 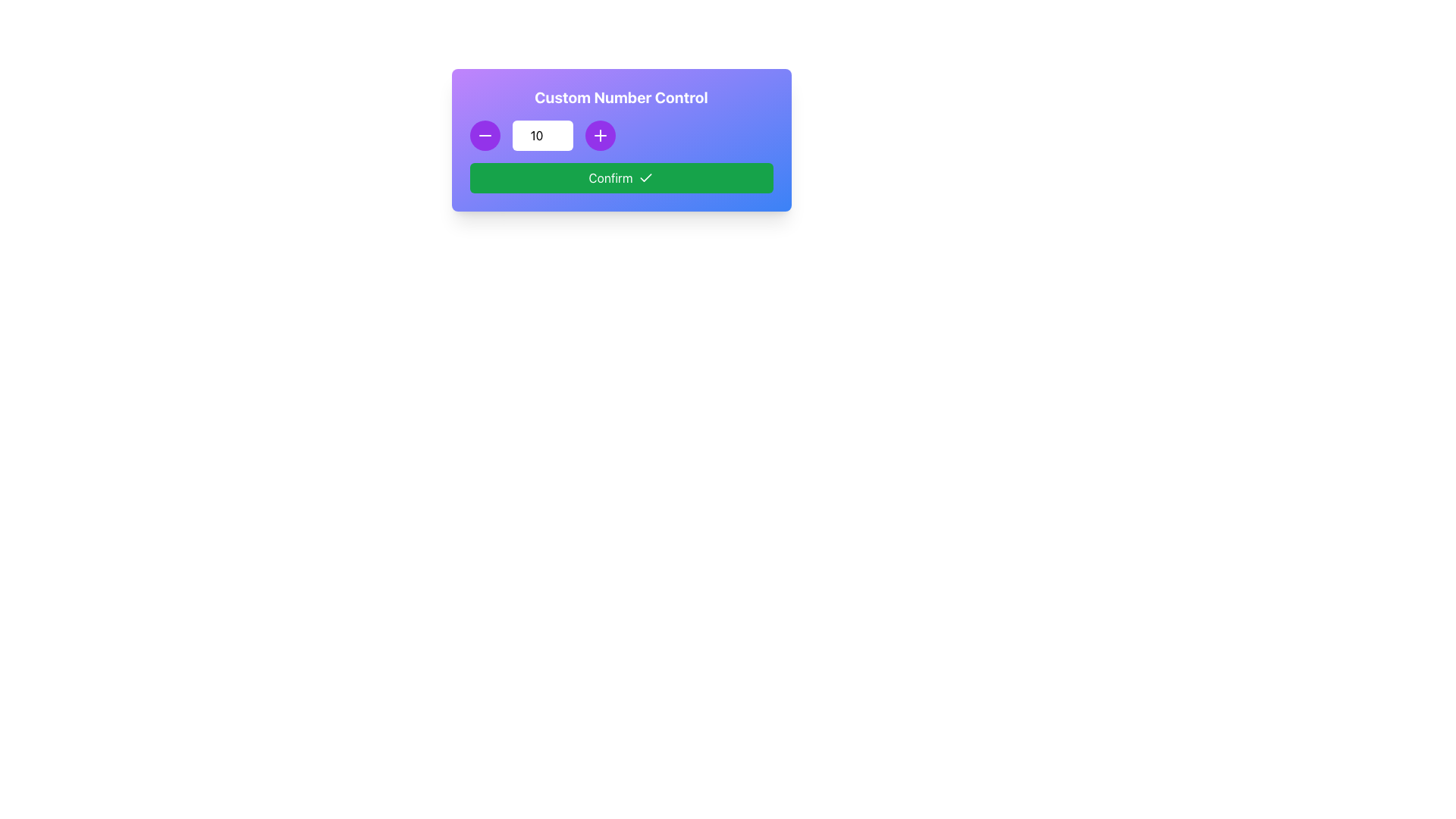 I want to click on the increment button located to the right of the numeric input box in the number control interface for keyboard interaction, so click(x=599, y=134).